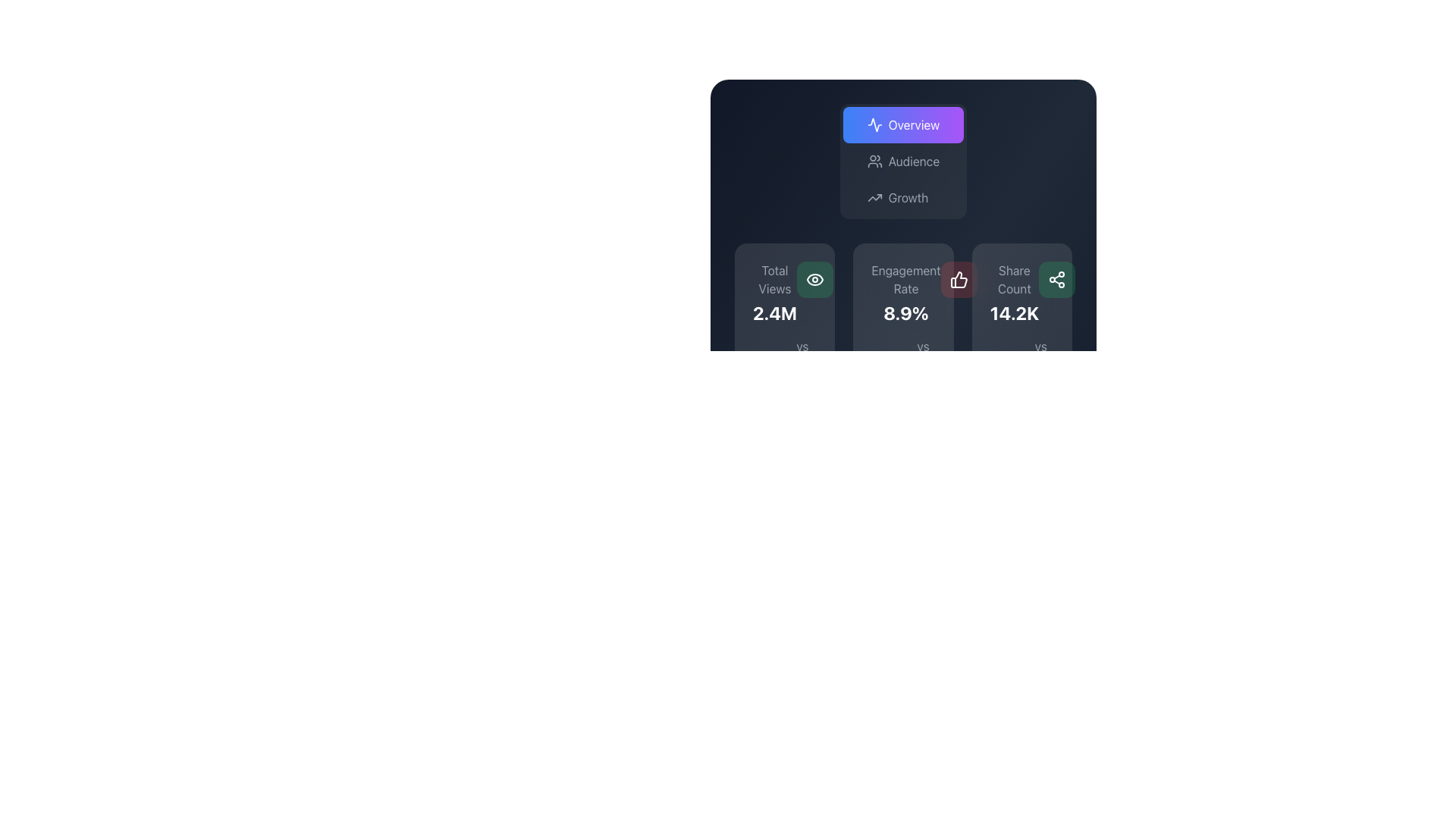 The width and height of the screenshot is (1456, 819). I want to click on the 'Total Views' text label, which is displayed in gray above the numeric statistic '2.4M' in a card-style component on a dark-themed interface, so click(775, 280).